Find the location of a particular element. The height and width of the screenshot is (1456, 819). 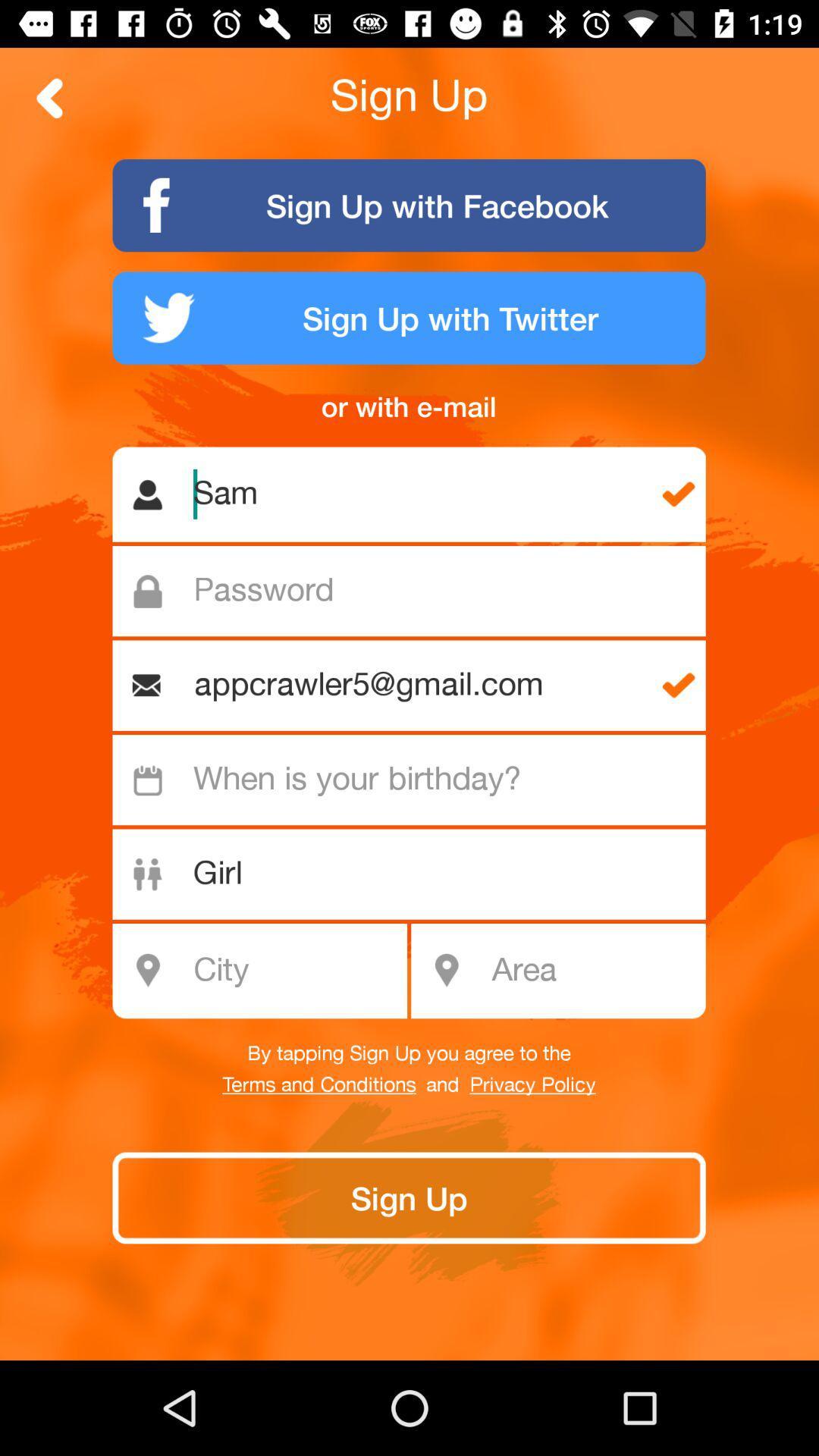

introduce area is located at coordinates (593, 971).